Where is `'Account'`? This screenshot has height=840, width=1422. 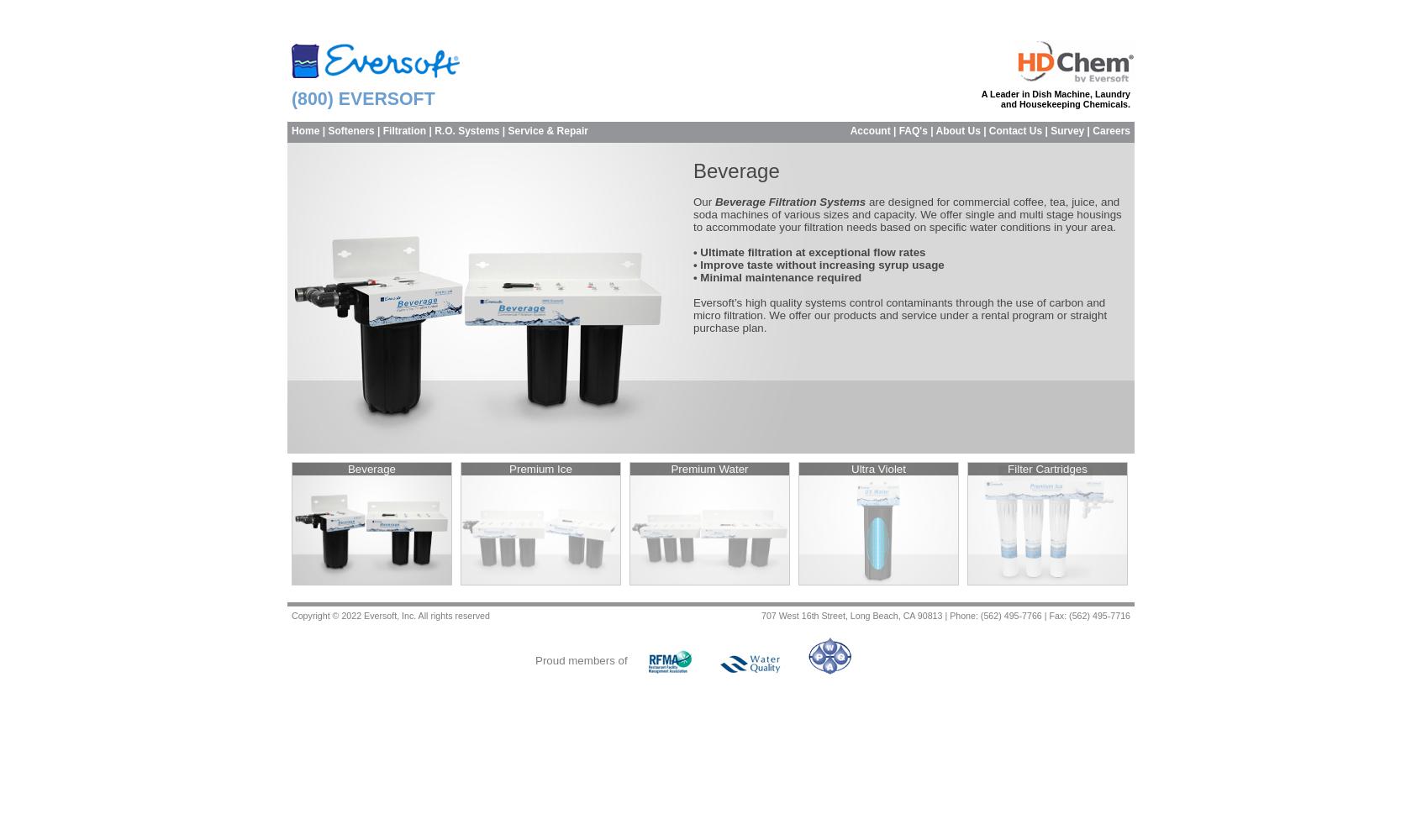 'Account' is located at coordinates (868, 131).